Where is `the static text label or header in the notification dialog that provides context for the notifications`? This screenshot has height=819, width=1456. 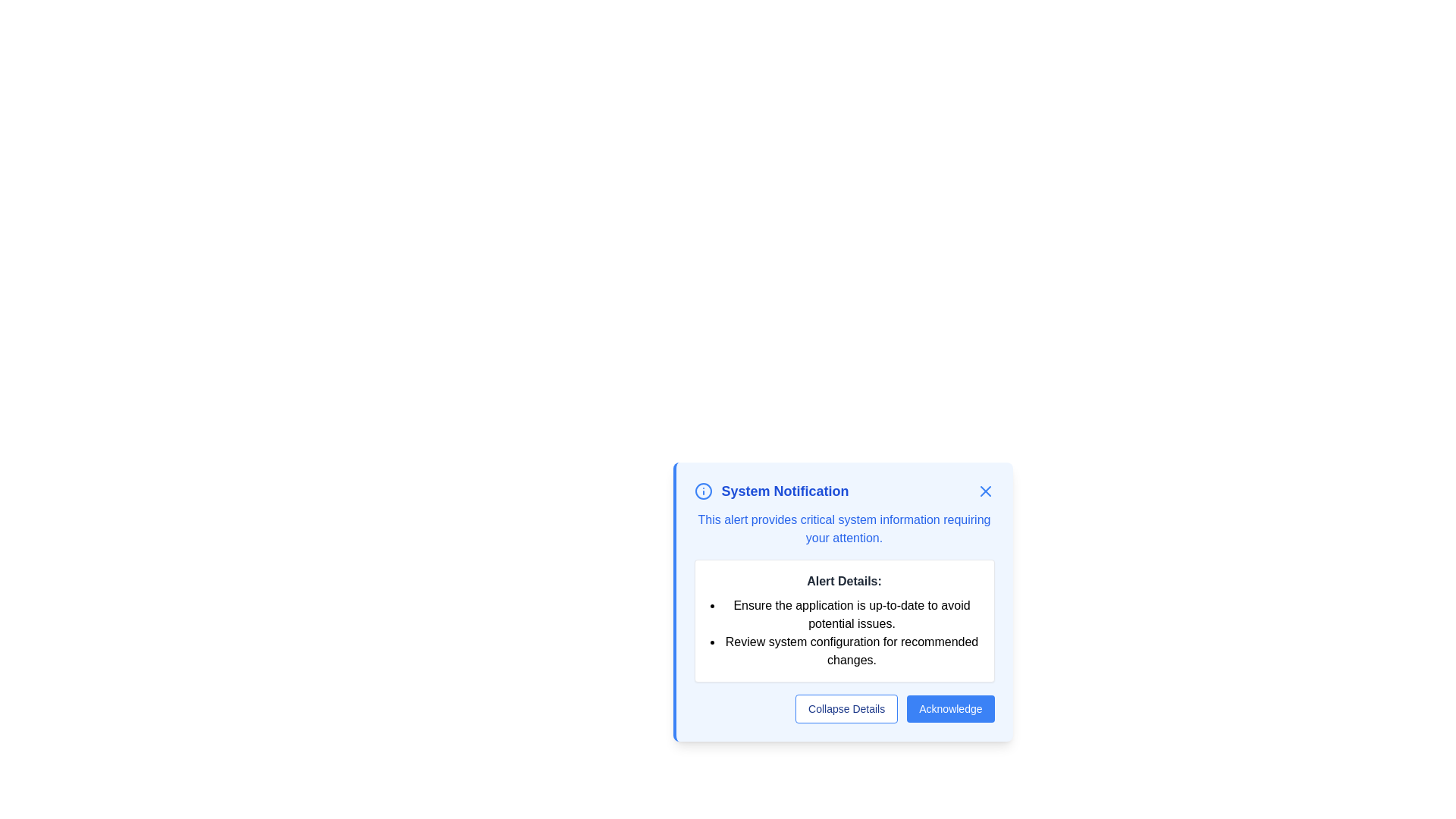 the static text label or header in the notification dialog that provides context for the notifications is located at coordinates (785, 491).